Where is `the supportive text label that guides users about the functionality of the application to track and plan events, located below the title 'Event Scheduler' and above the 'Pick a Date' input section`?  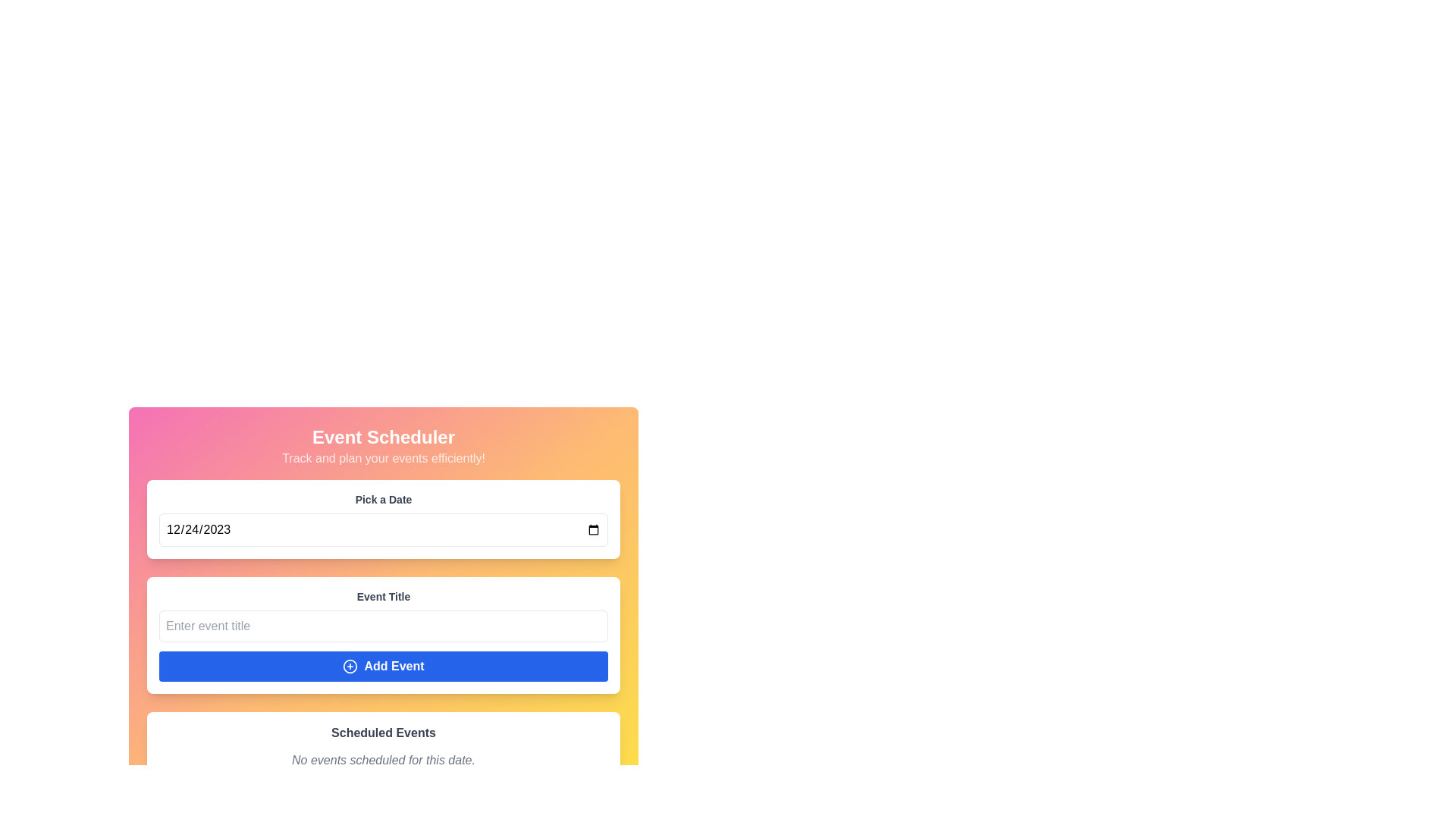 the supportive text label that guides users about the functionality of the application to track and plan events, located below the title 'Event Scheduler' and above the 'Pick a Date' input section is located at coordinates (383, 458).